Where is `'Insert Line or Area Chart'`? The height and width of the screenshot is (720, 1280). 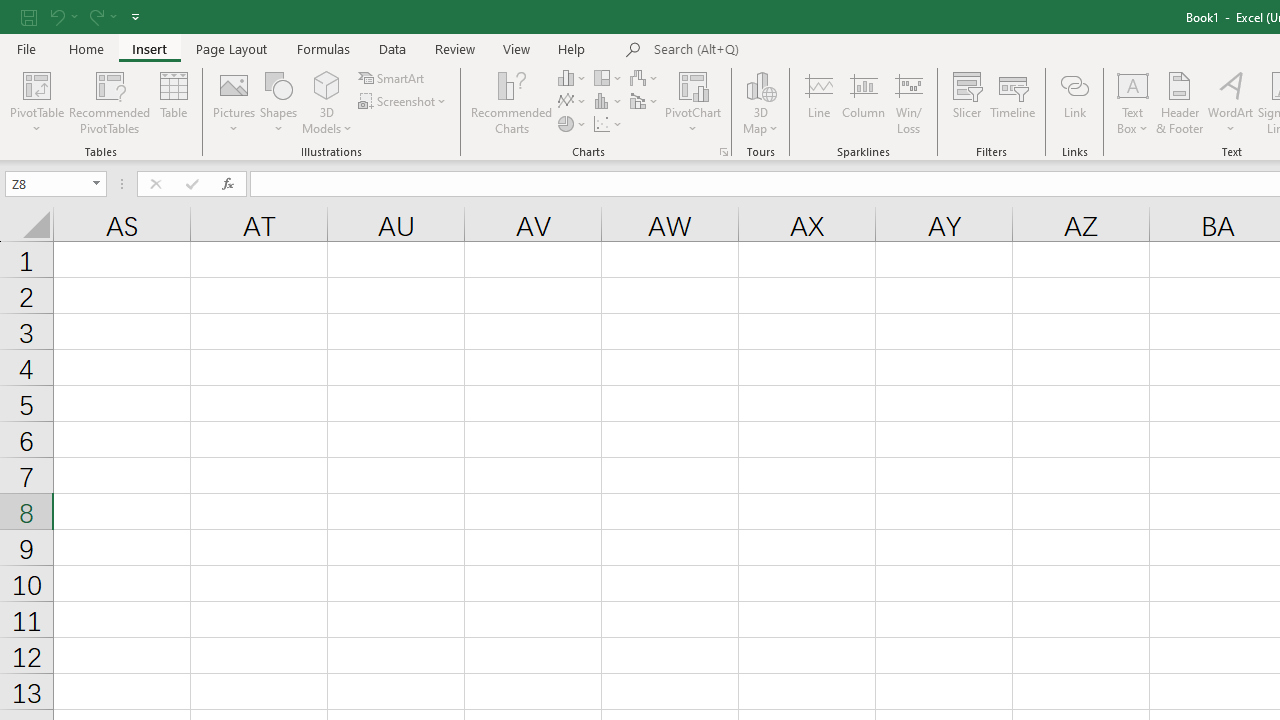
'Insert Line or Area Chart' is located at coordinates (572, 101).